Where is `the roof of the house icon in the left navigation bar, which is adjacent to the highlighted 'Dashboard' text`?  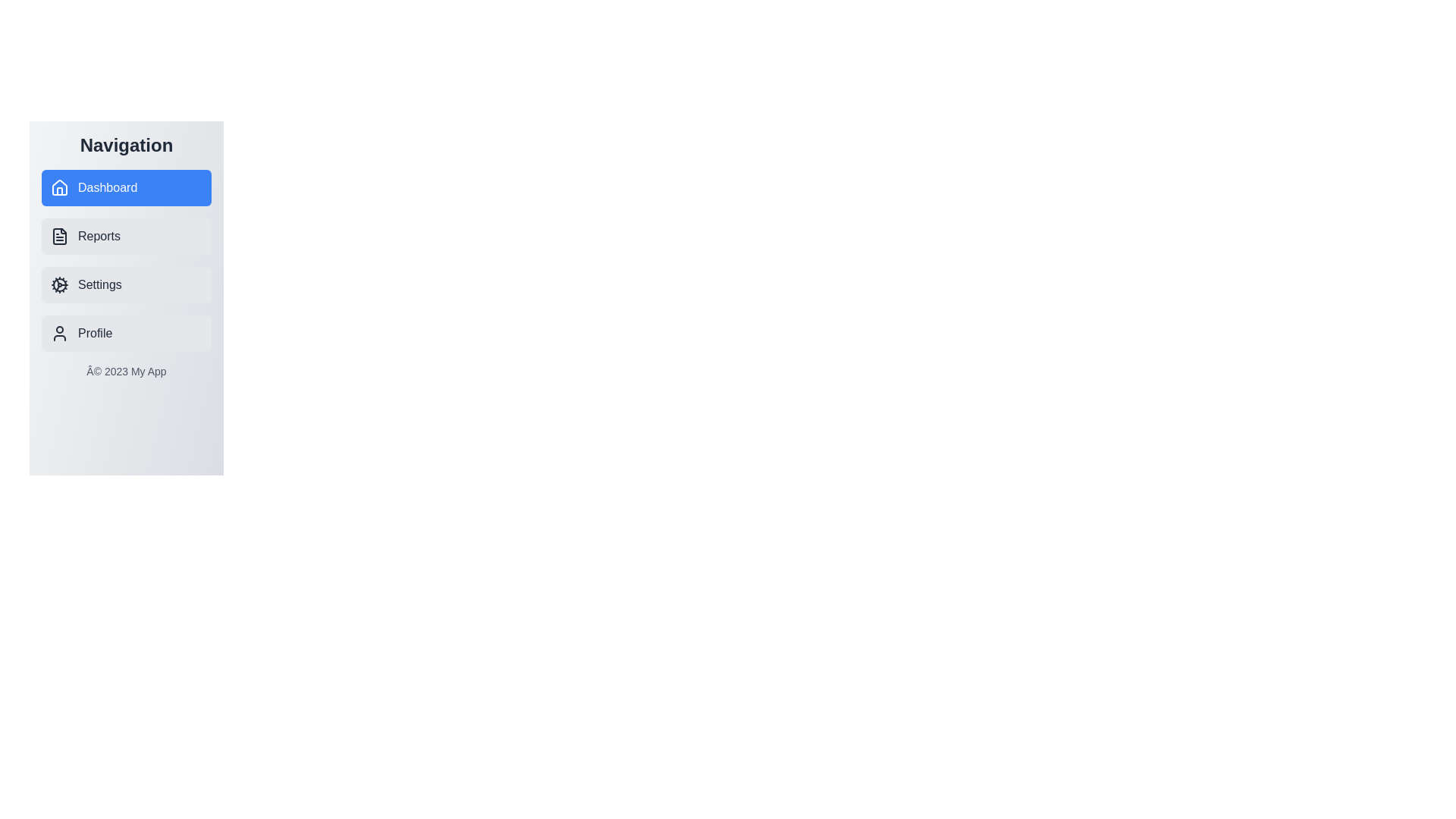 the roof of the house icon in the left navigation bar, which is adjacent to the highlighted 'Dashboard' text is located at coordinates (59, 186).